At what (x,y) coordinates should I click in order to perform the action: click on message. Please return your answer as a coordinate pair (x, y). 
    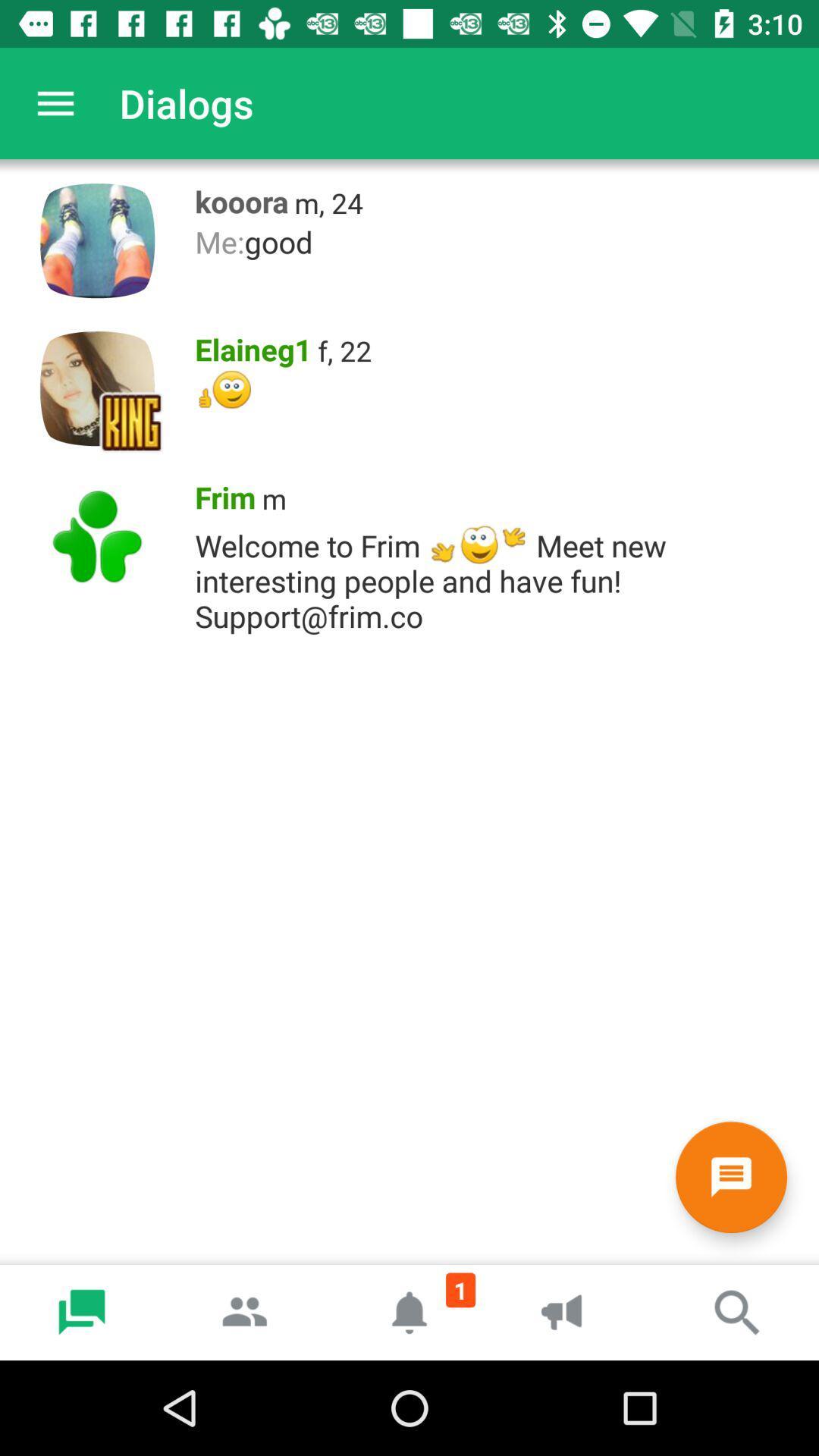
    Looking at the image, I should click on (730, 1176).